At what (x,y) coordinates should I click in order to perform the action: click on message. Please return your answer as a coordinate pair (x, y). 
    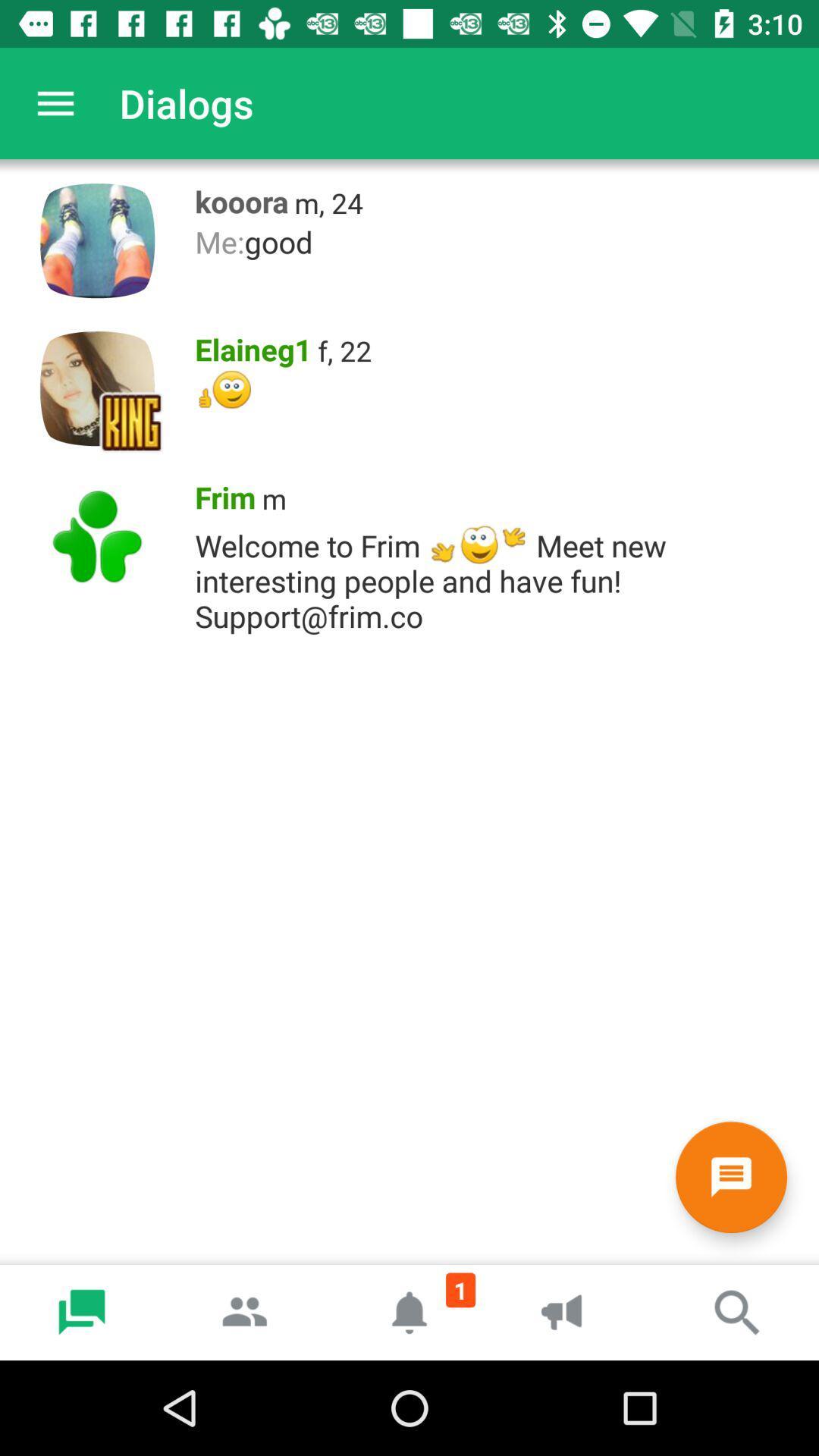
    Looking at the image, I should click on (730, 1176).